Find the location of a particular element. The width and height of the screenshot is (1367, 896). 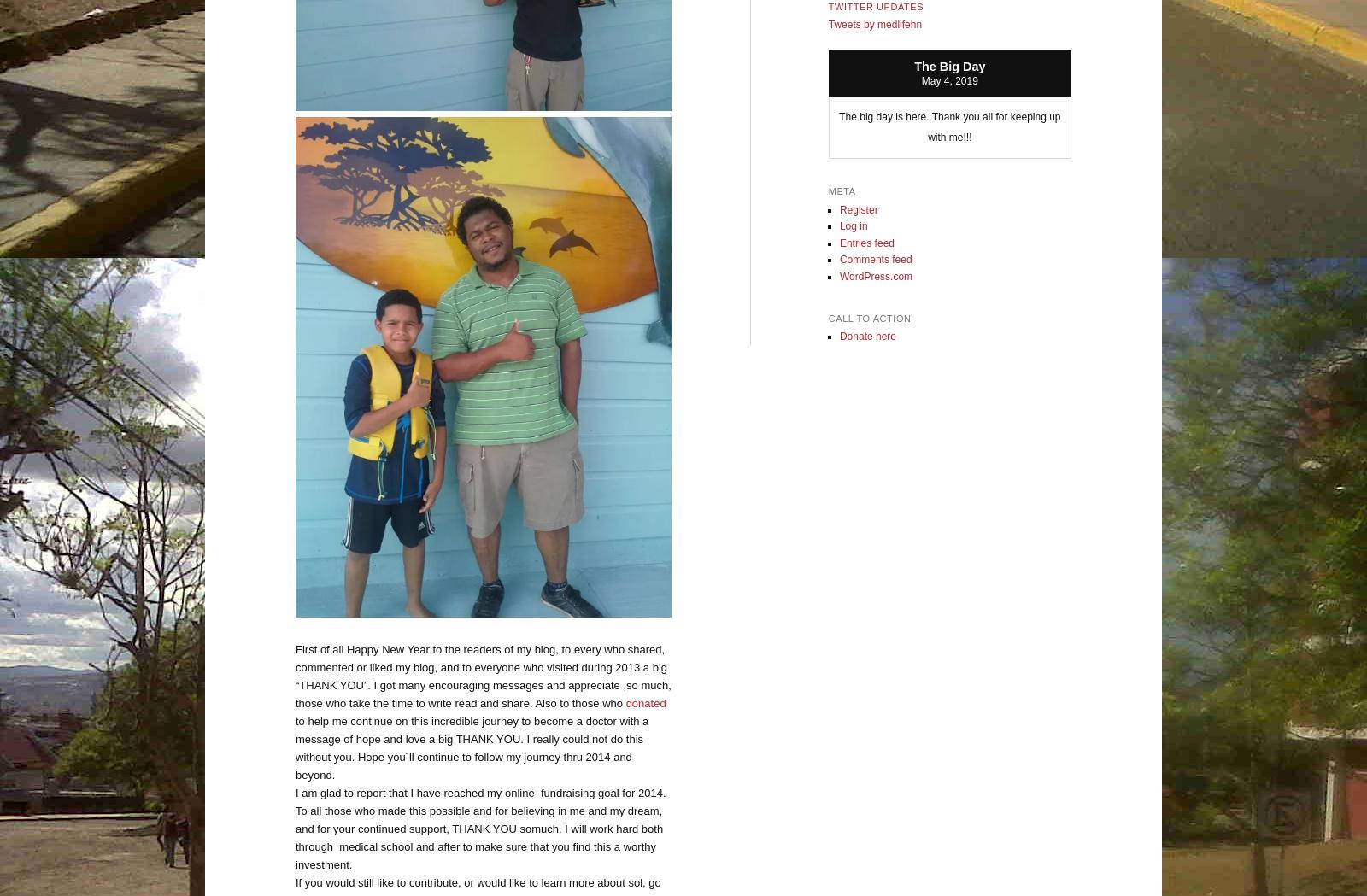

'Tweets by medlifehn' is located at coordinates (875, 23).